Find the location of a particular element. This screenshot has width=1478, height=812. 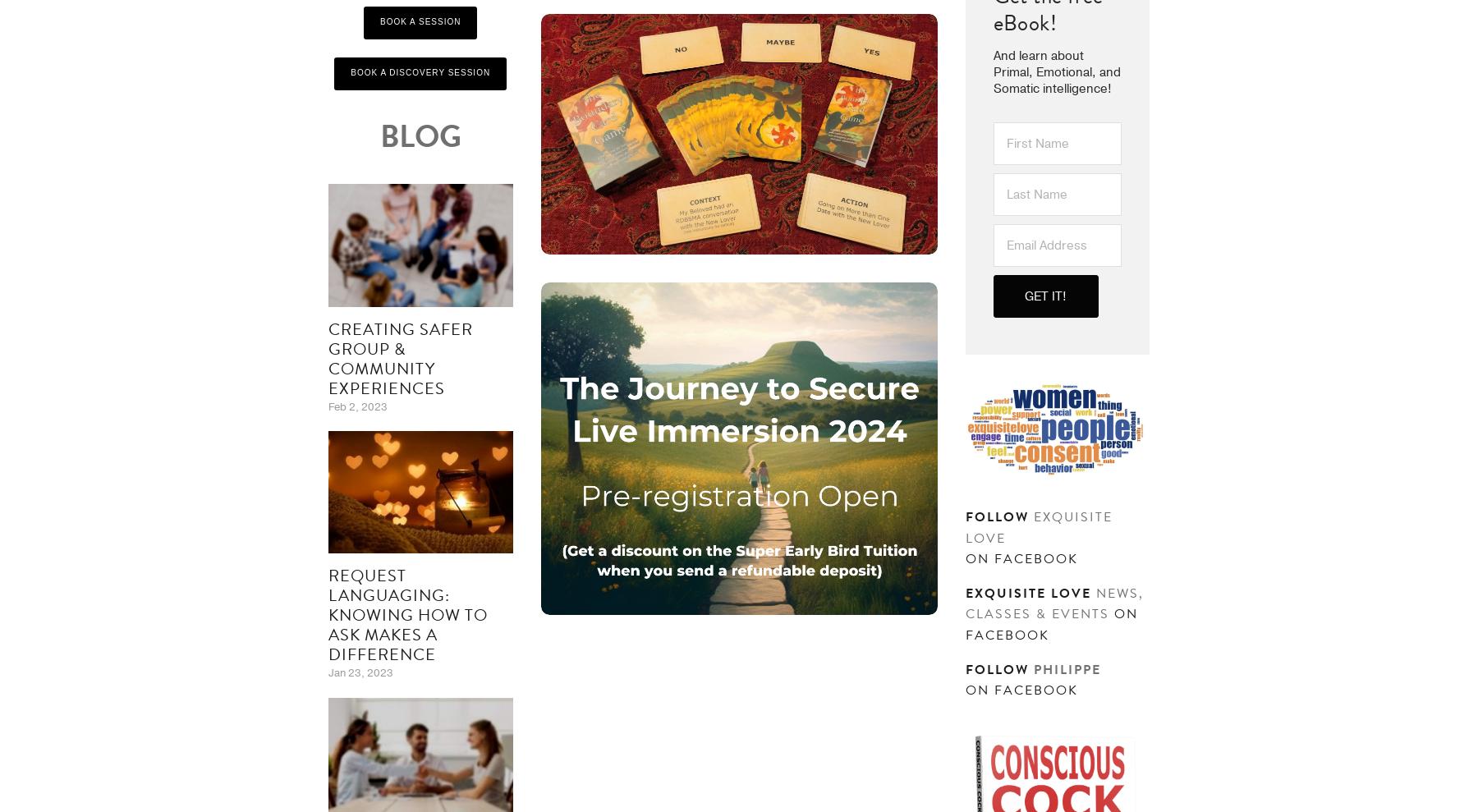

'Creating Safer Group & Community Experiences' is located at coordinates (399, 357).